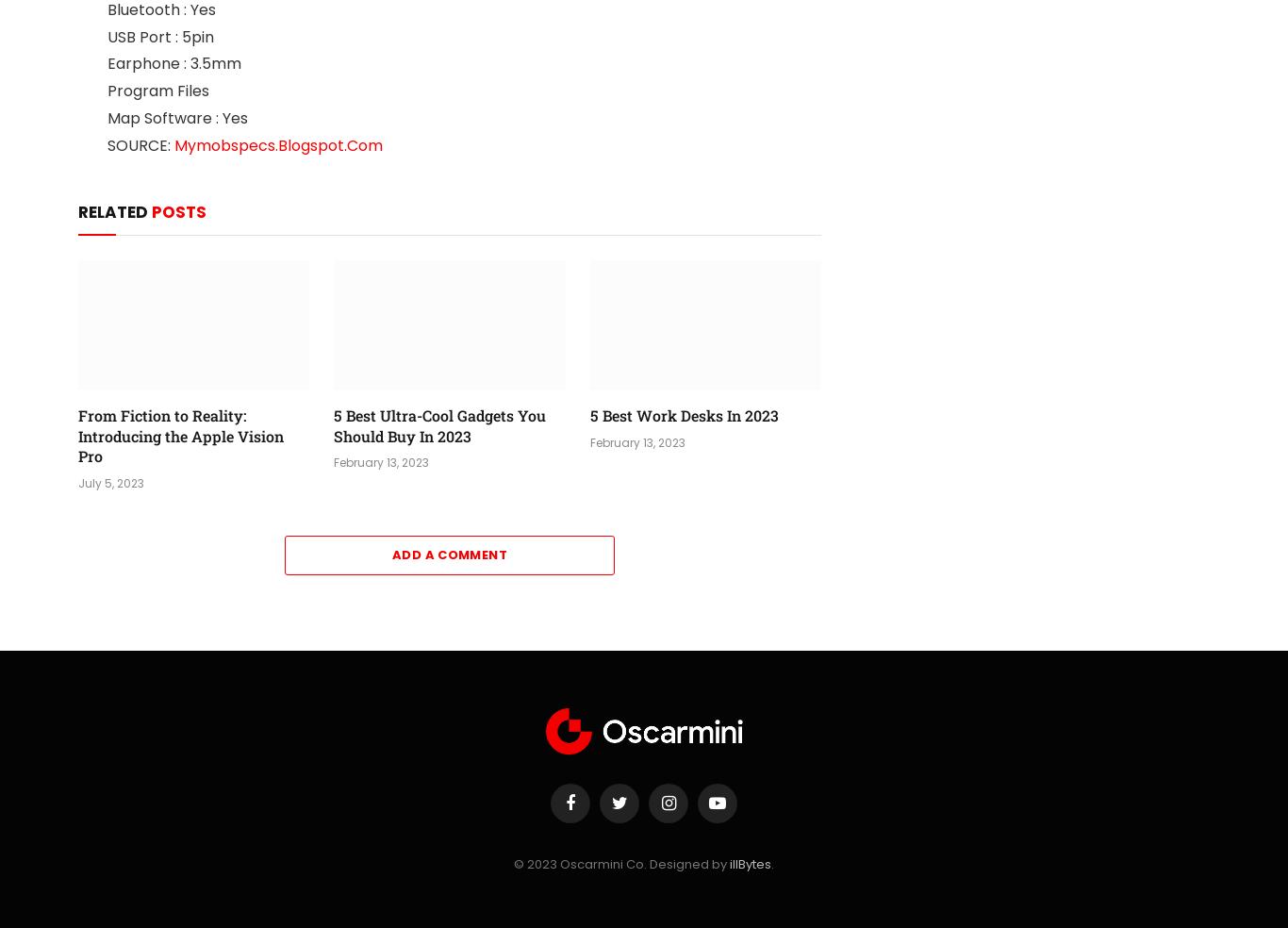 Image resolution: width=1288 pixels, height=928 pixels. I want to click on '5 Best Work Desks In 2023', so click(587, 414).